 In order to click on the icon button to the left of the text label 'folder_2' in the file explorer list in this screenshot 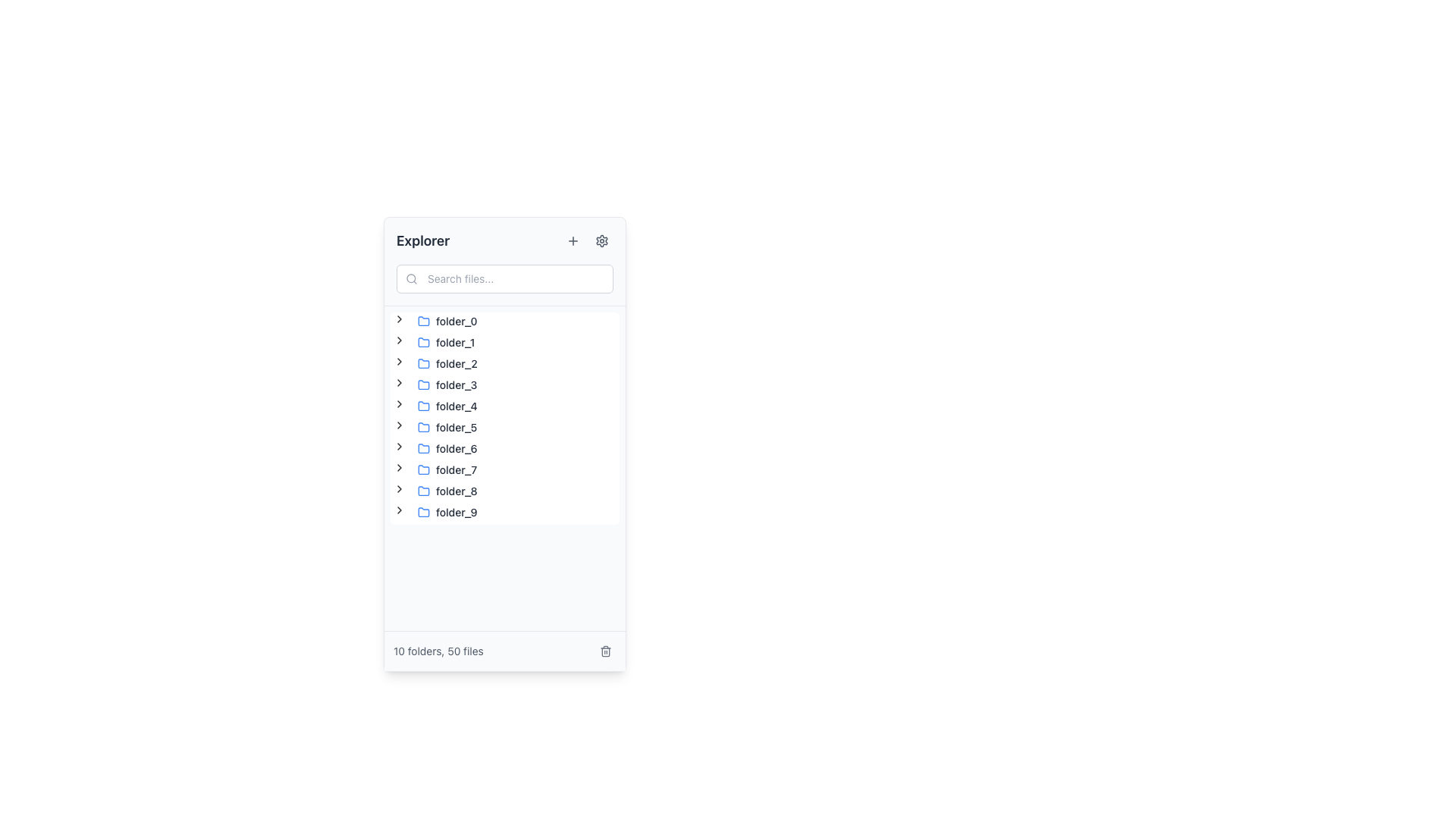, I will do `click(400, 362)`.